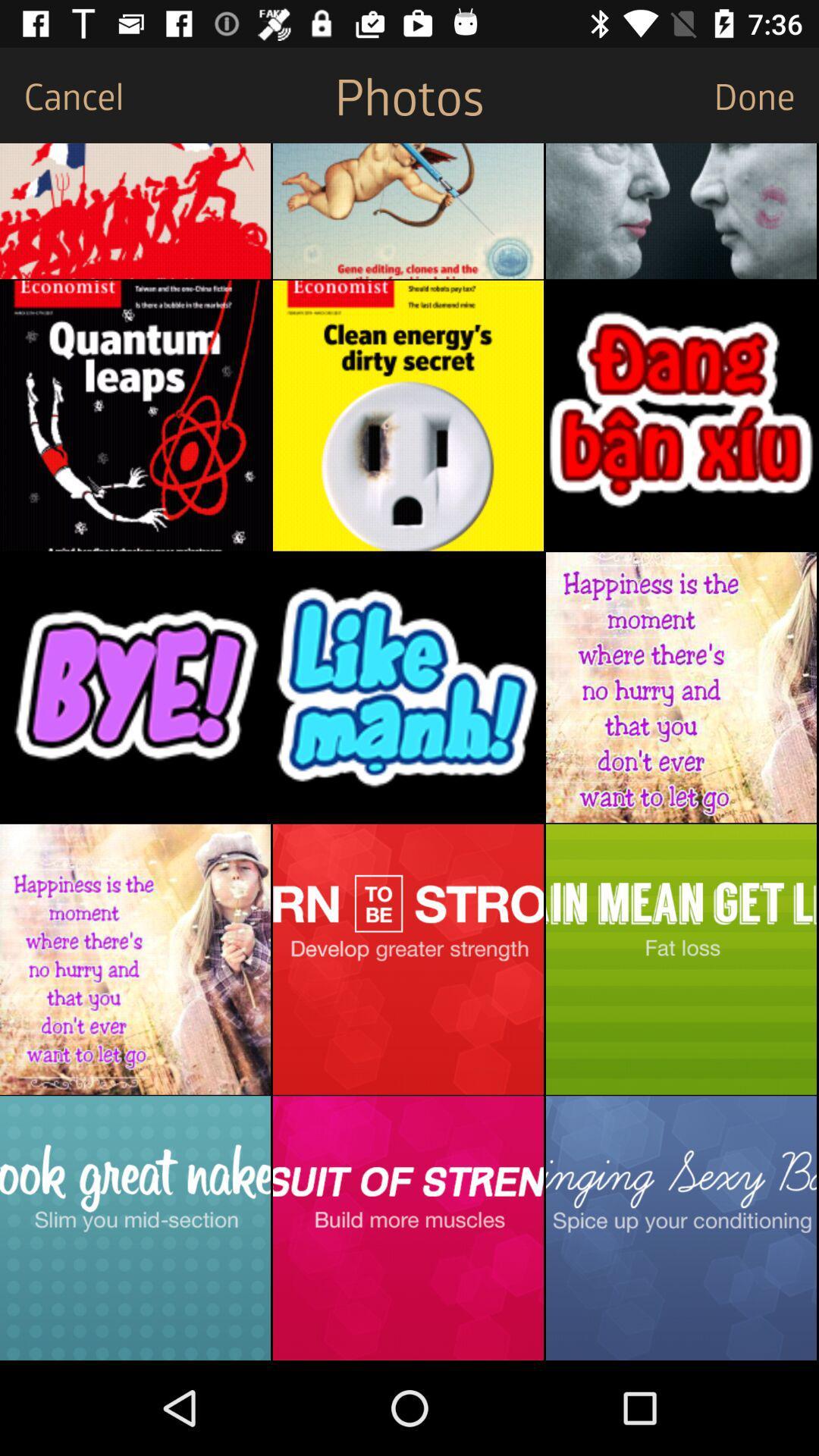  Describe the element at coordinates (680, 1228) in the screenshot. I see `the item at the bottom right corner` at that location.